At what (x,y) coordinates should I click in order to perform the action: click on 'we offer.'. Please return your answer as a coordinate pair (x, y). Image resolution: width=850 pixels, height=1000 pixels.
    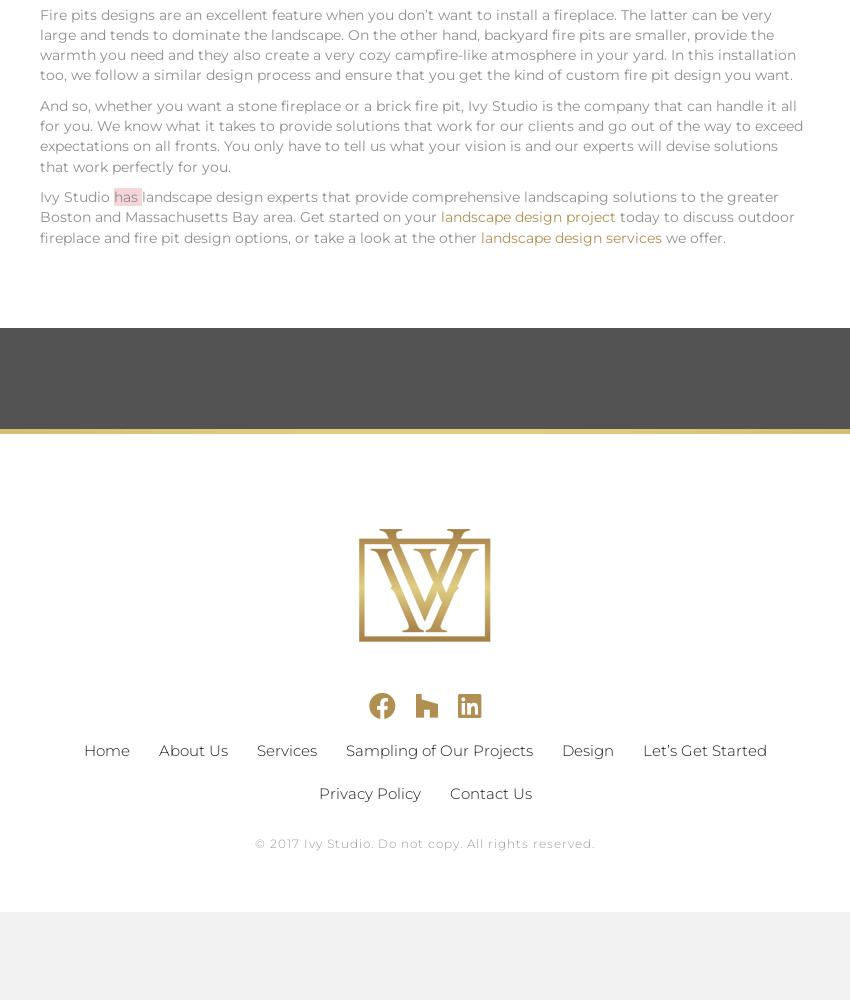
    Looking at the image, I should click on (693, 236).